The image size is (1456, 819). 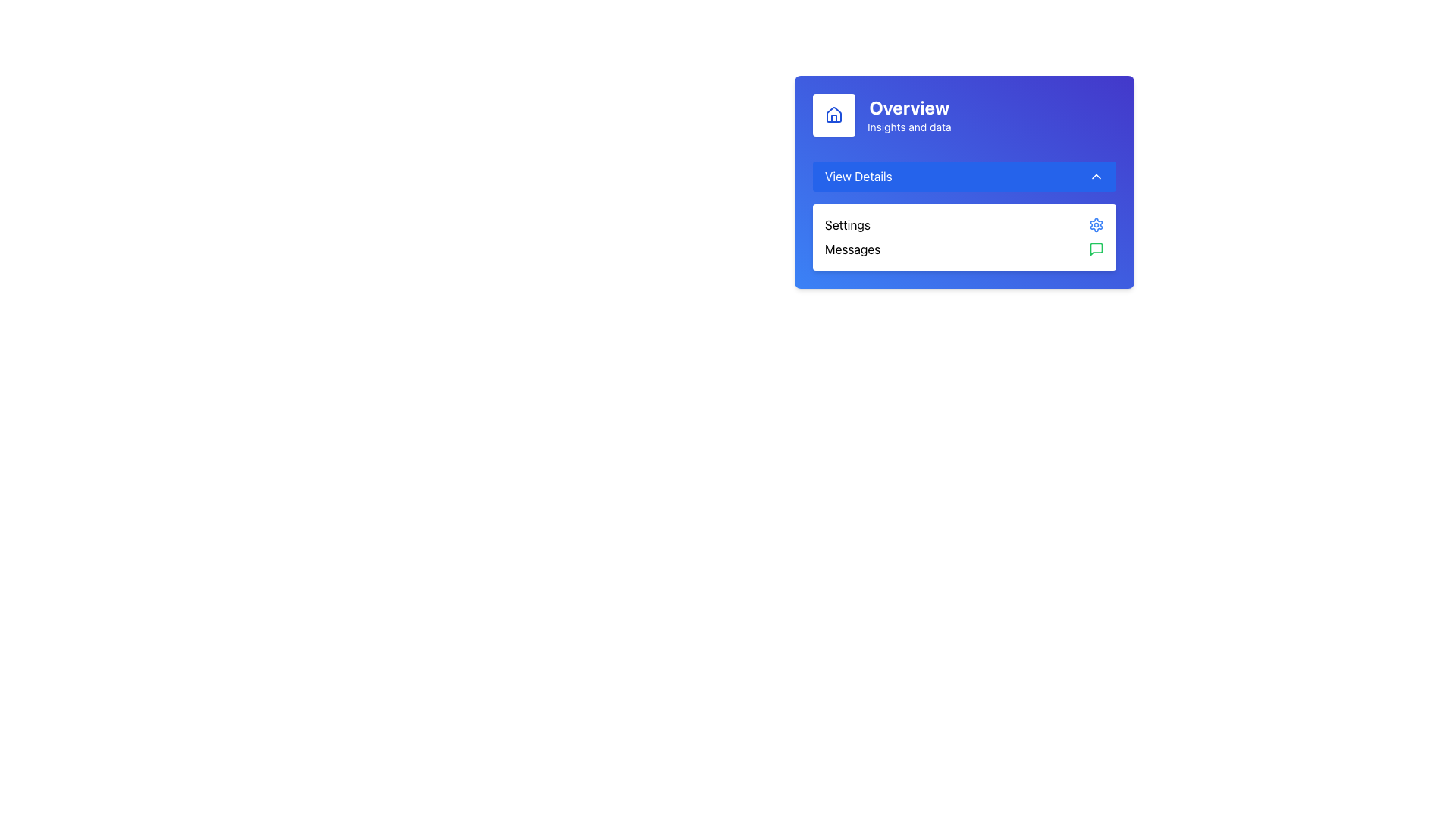 I want to click on the interactive visual indicator icon located at the far right edge of the 'View Details' button to trigger a visual change, so click(x=1096, y=175).